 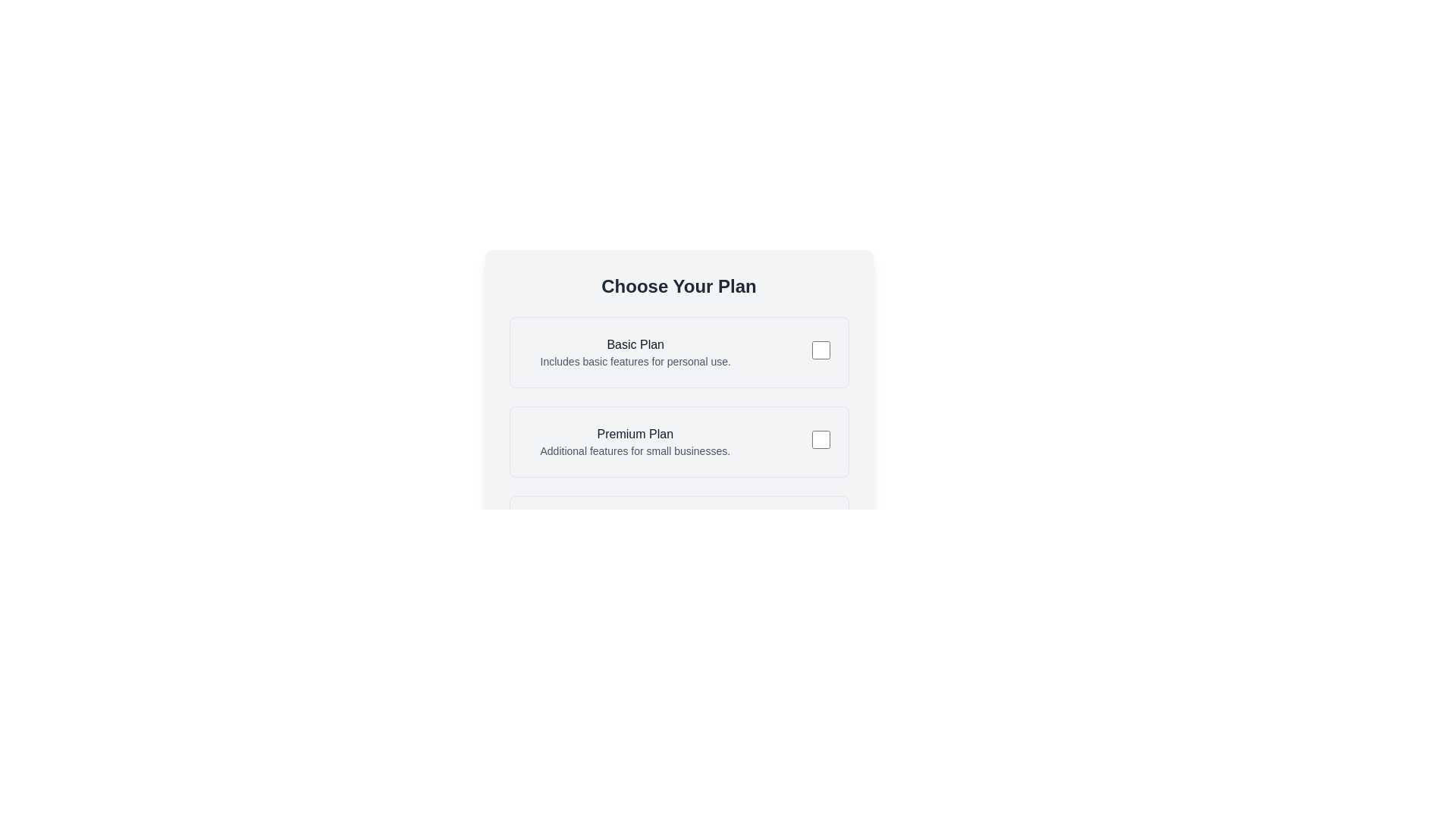 What do you see at coordinates (820, 353) in the screenshot?
I see `the square checkbox styled with a blue tint located within the 'Basic Plan' option box` at bounding box center [820, 353].